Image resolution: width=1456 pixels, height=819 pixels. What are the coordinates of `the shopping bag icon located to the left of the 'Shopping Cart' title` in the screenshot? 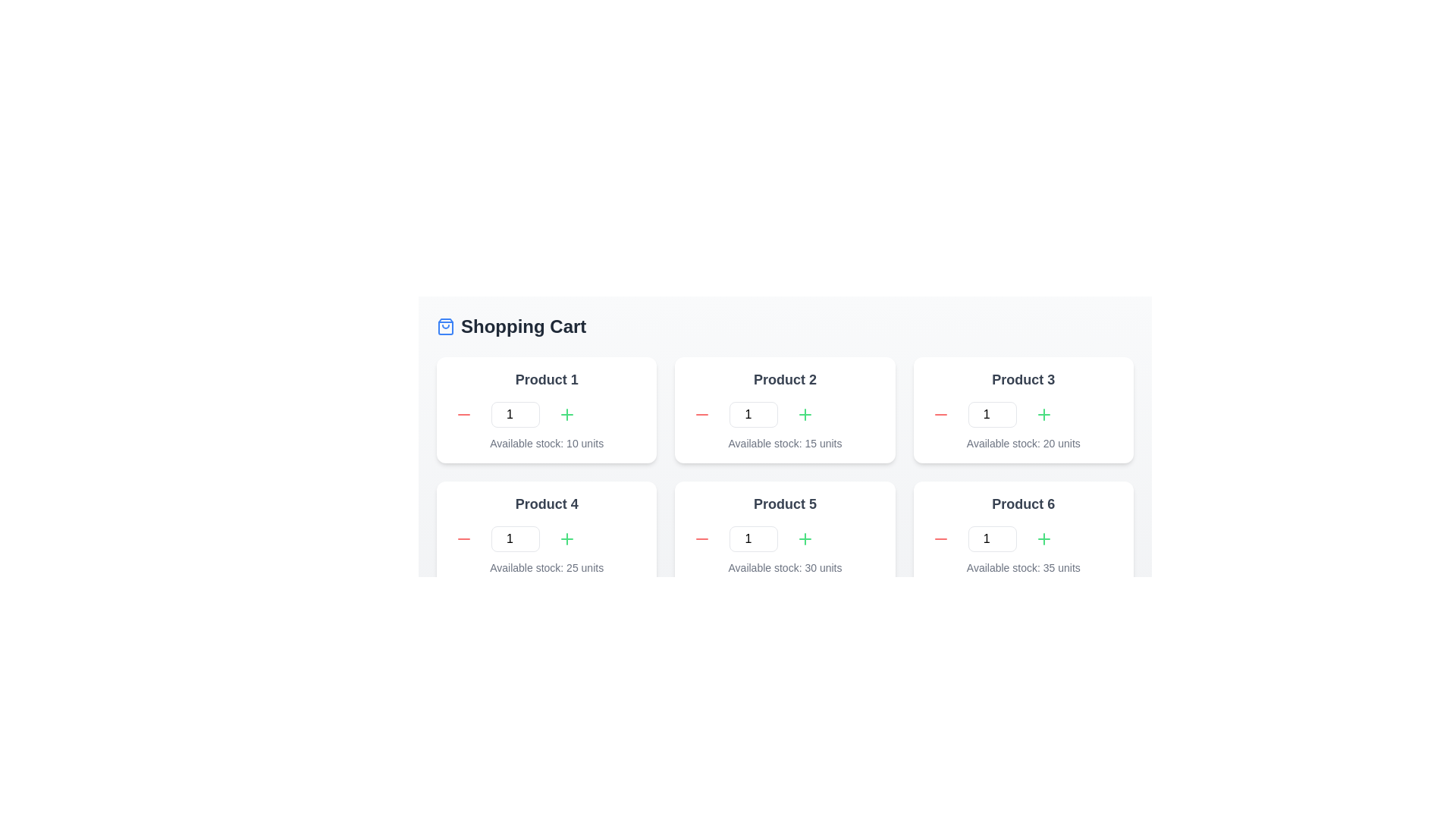 It's located at (445, 326).